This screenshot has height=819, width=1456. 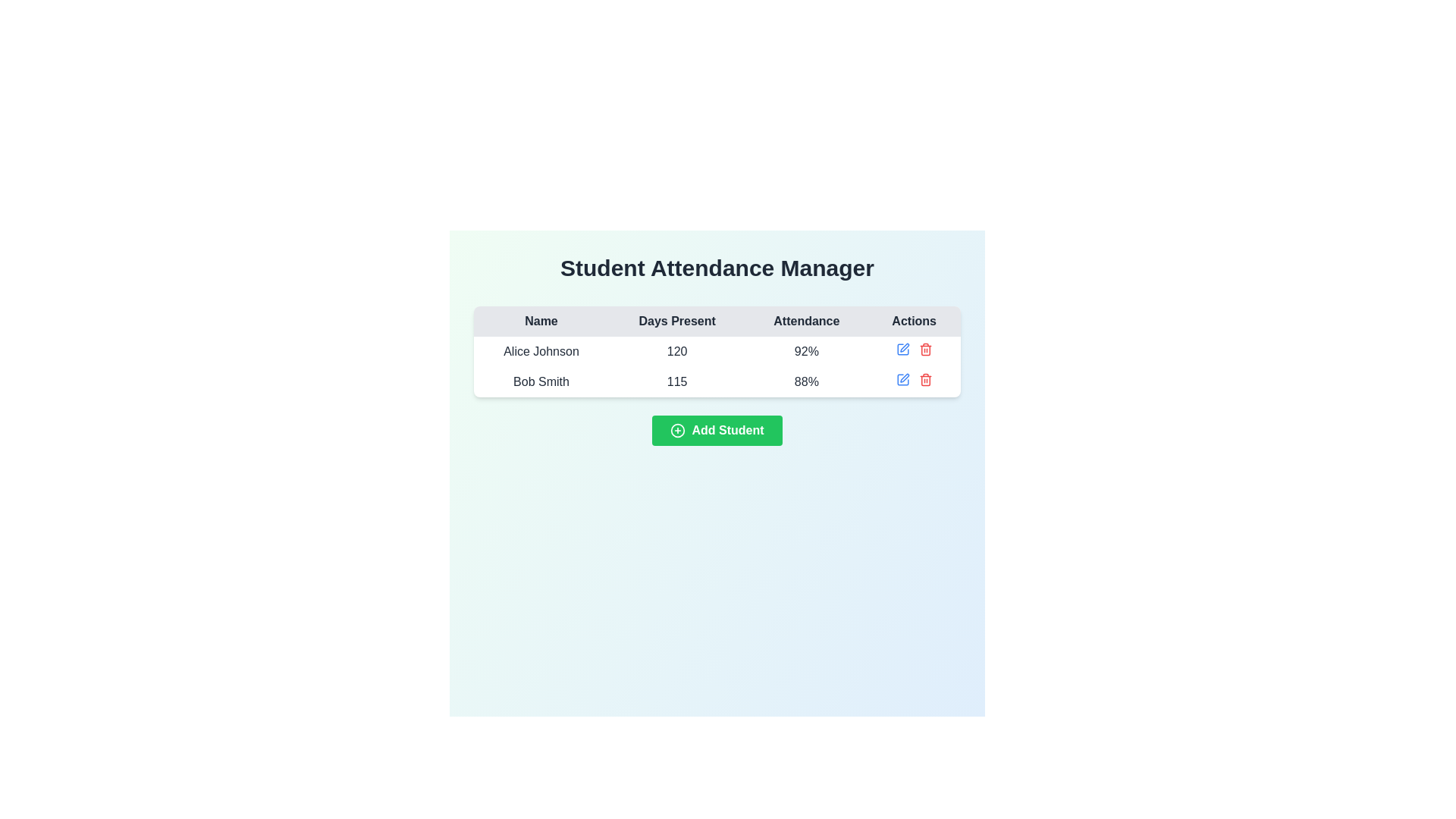 I want to click on the graphical circle (SVG component) within the 'Add Student' button, which symbolizes adding or creating an entry, so click(x=677, y=430).